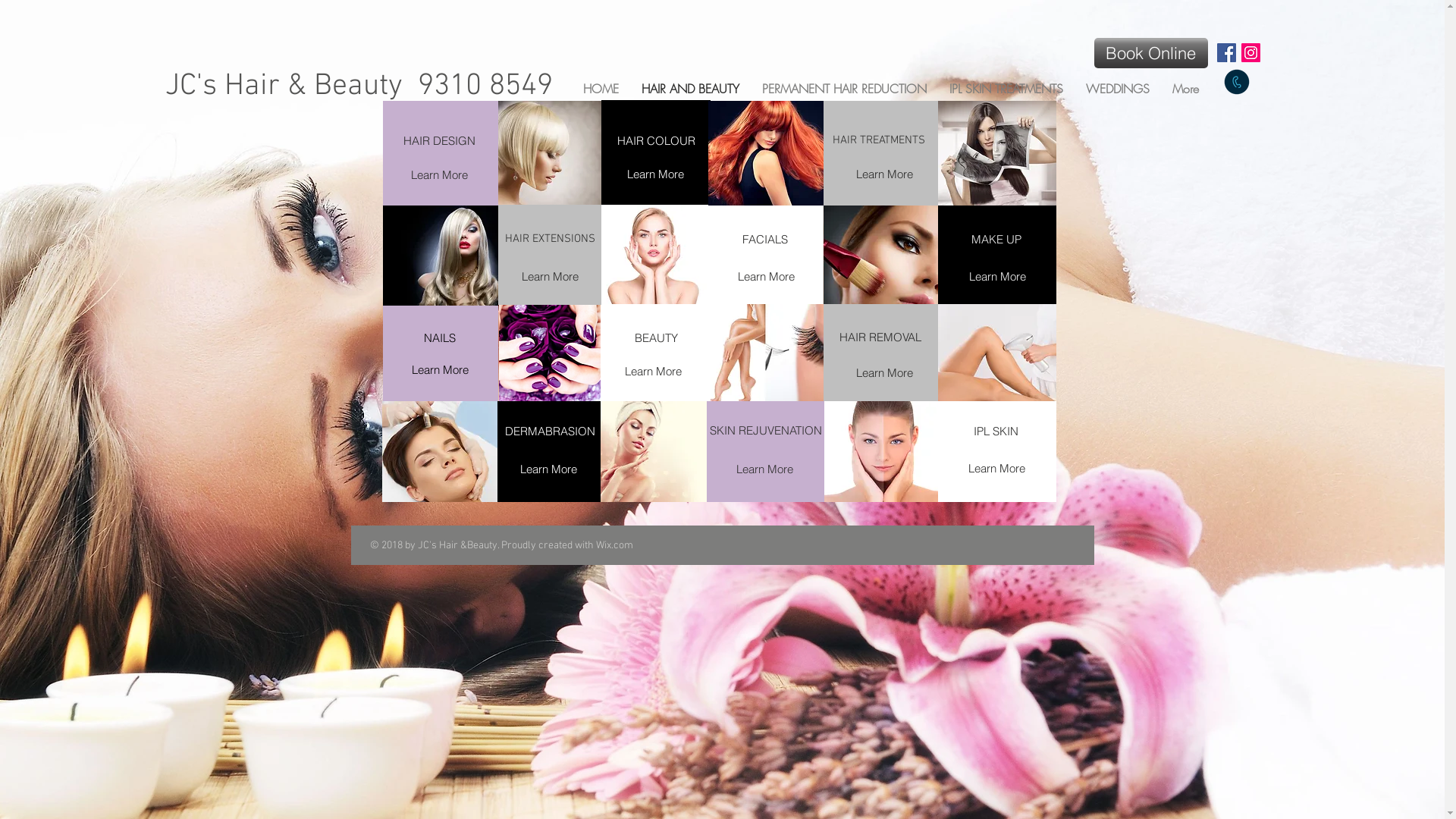 This screenshot has height=819, width=1456. I want to click on 'Learn More', so click(884, 173).